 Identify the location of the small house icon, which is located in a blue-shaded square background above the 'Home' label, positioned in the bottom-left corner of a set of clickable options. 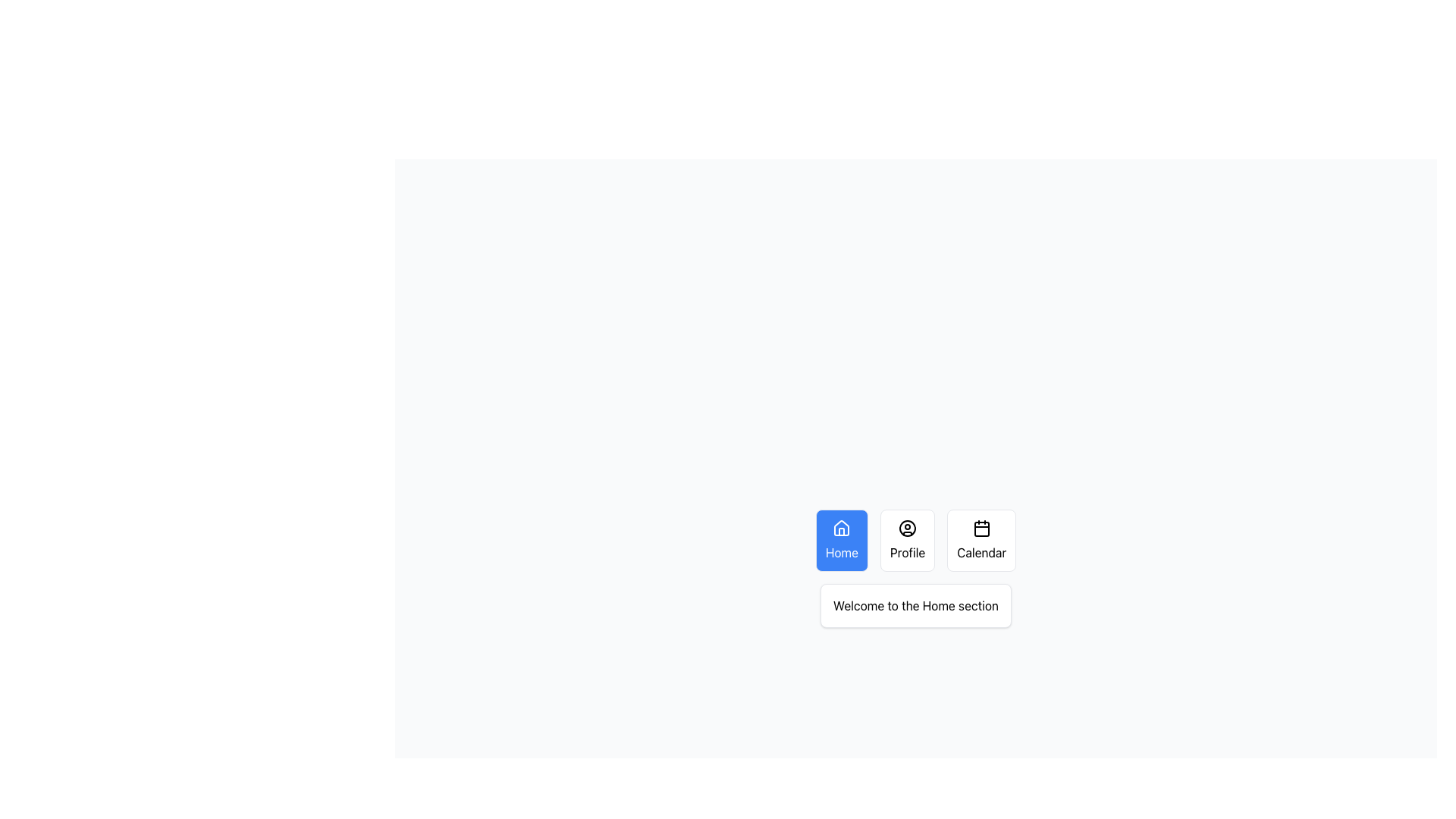
(841, 528).